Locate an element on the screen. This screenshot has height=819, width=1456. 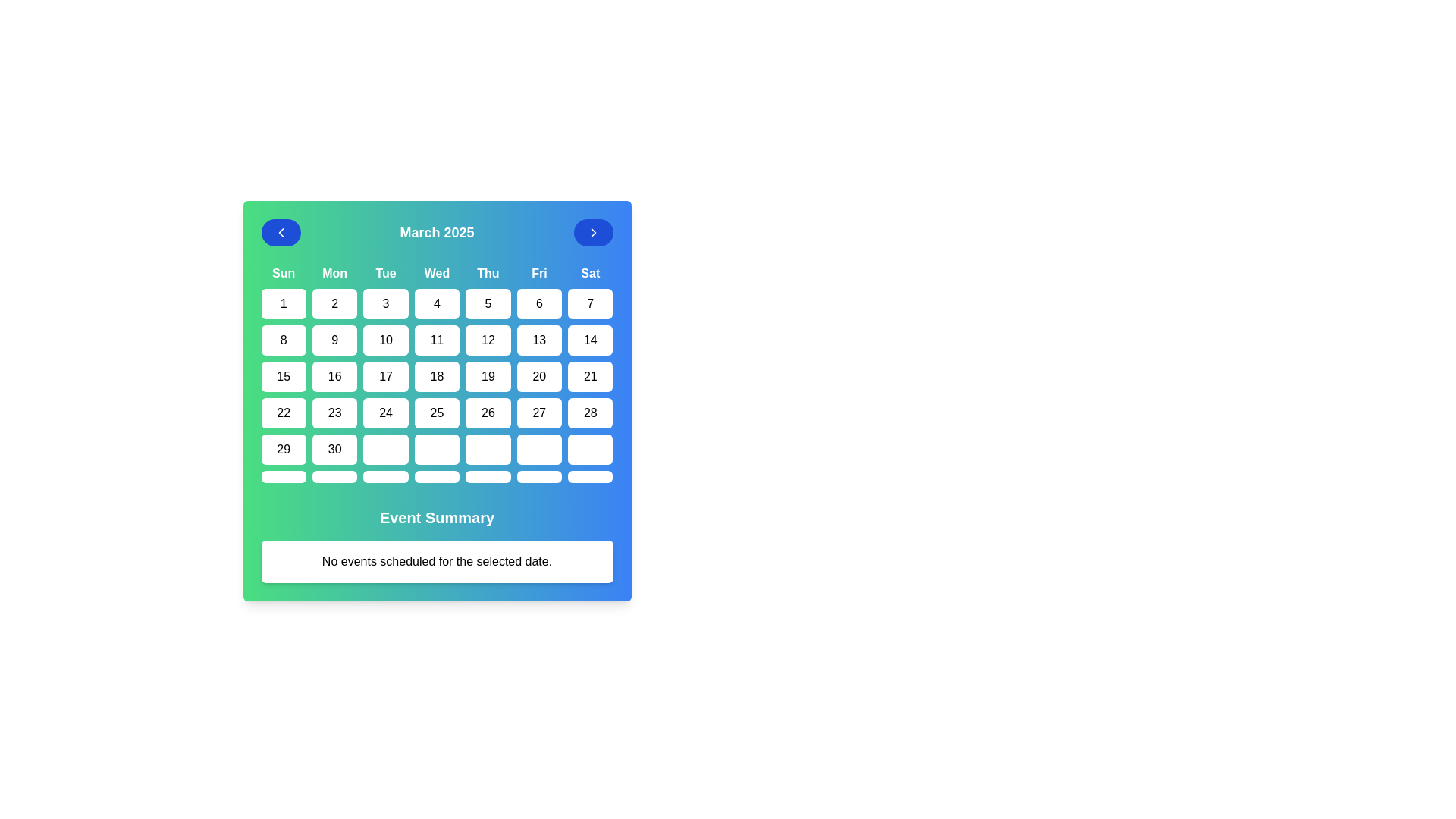
the Interactive calendar date button representing the day '11' is located at coordinates (436, 339).